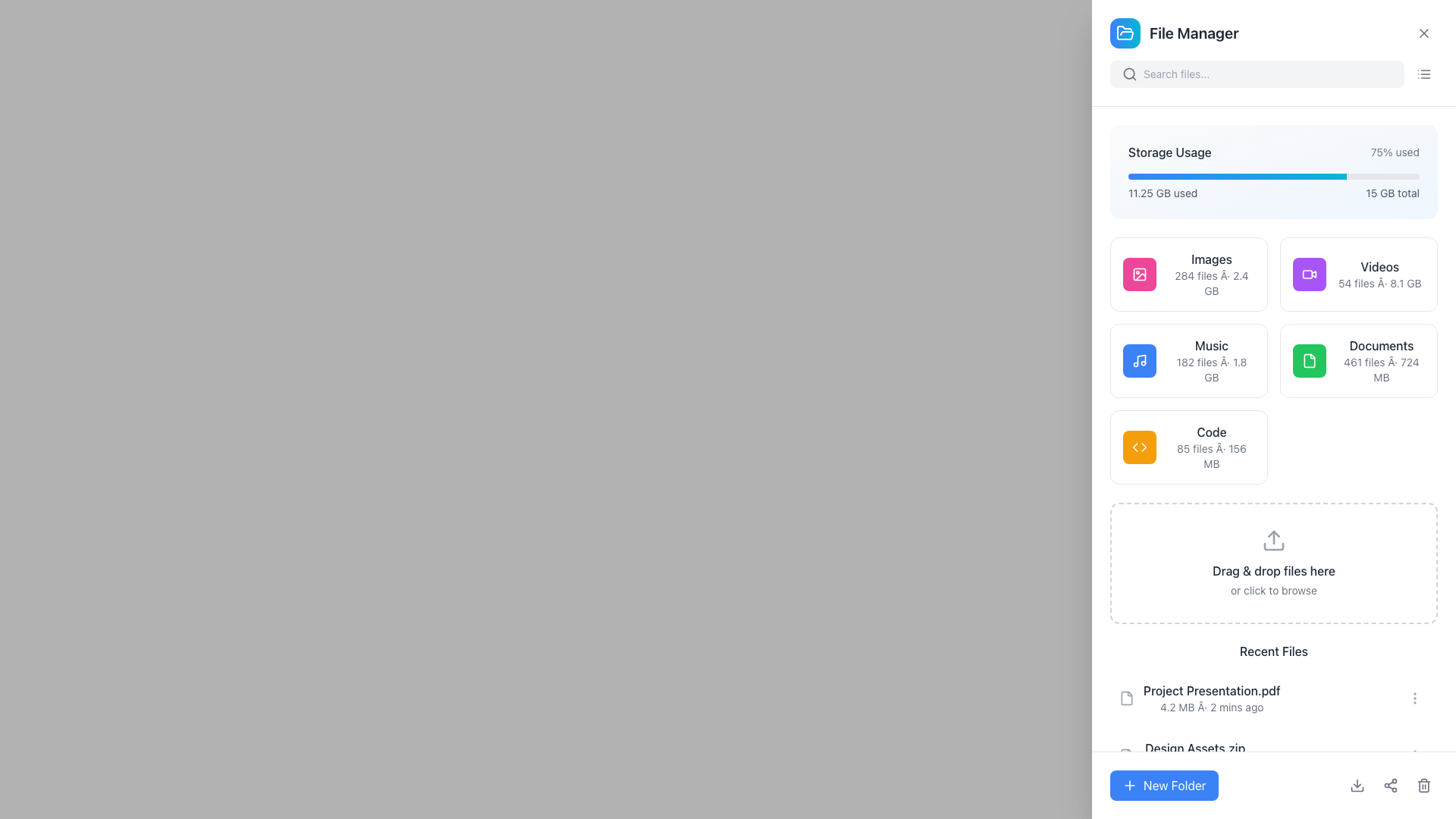 The height and width of the screenshot is (819, 1456). I want to click on the text element displaying '75% used.' in the 'Storage Usage' section, located to the right of the progress bar, so click(1395, 152).